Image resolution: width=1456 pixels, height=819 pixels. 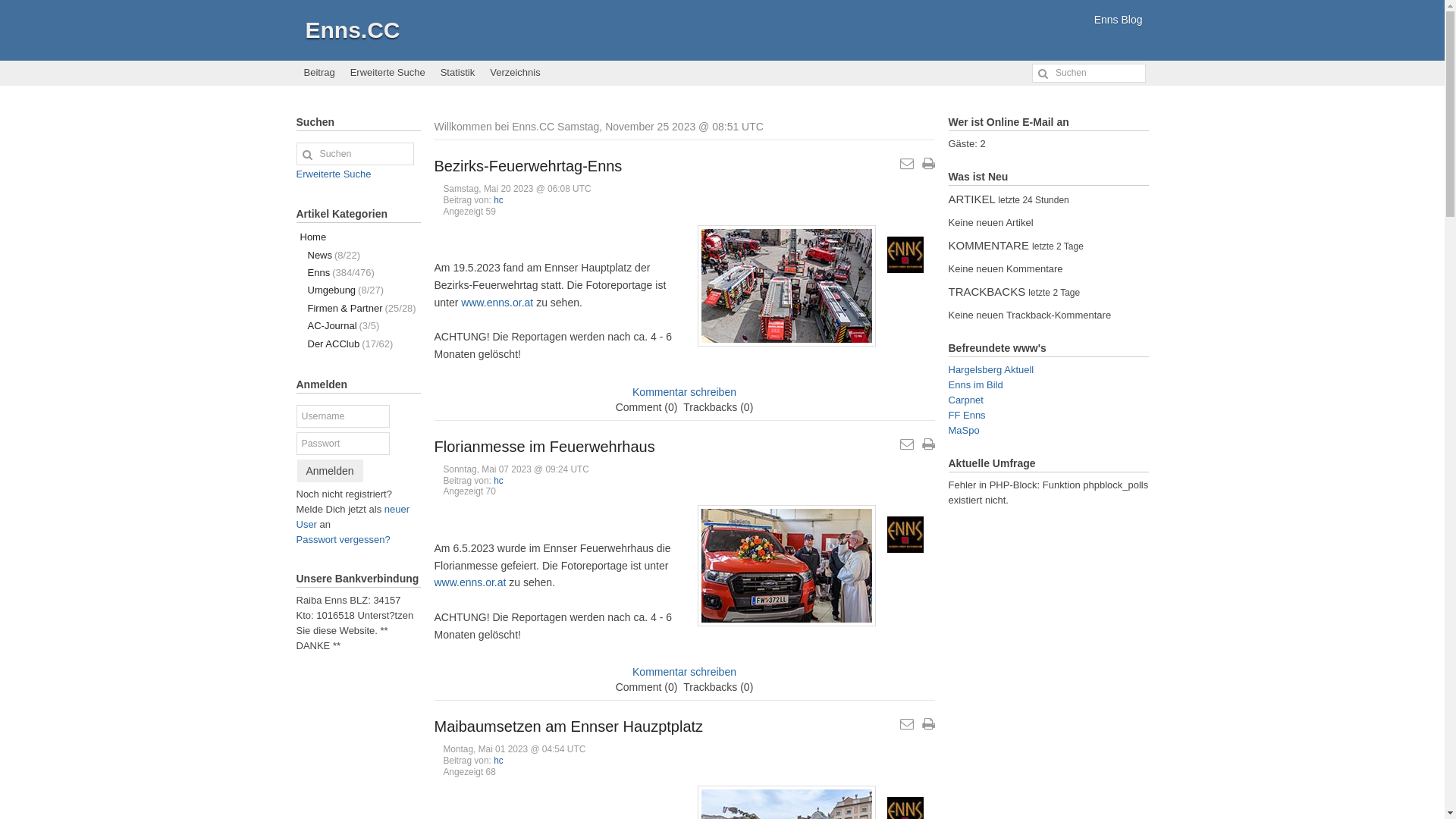 I want to click on 'Erweiterte Suche', so click(x=388, y=73).